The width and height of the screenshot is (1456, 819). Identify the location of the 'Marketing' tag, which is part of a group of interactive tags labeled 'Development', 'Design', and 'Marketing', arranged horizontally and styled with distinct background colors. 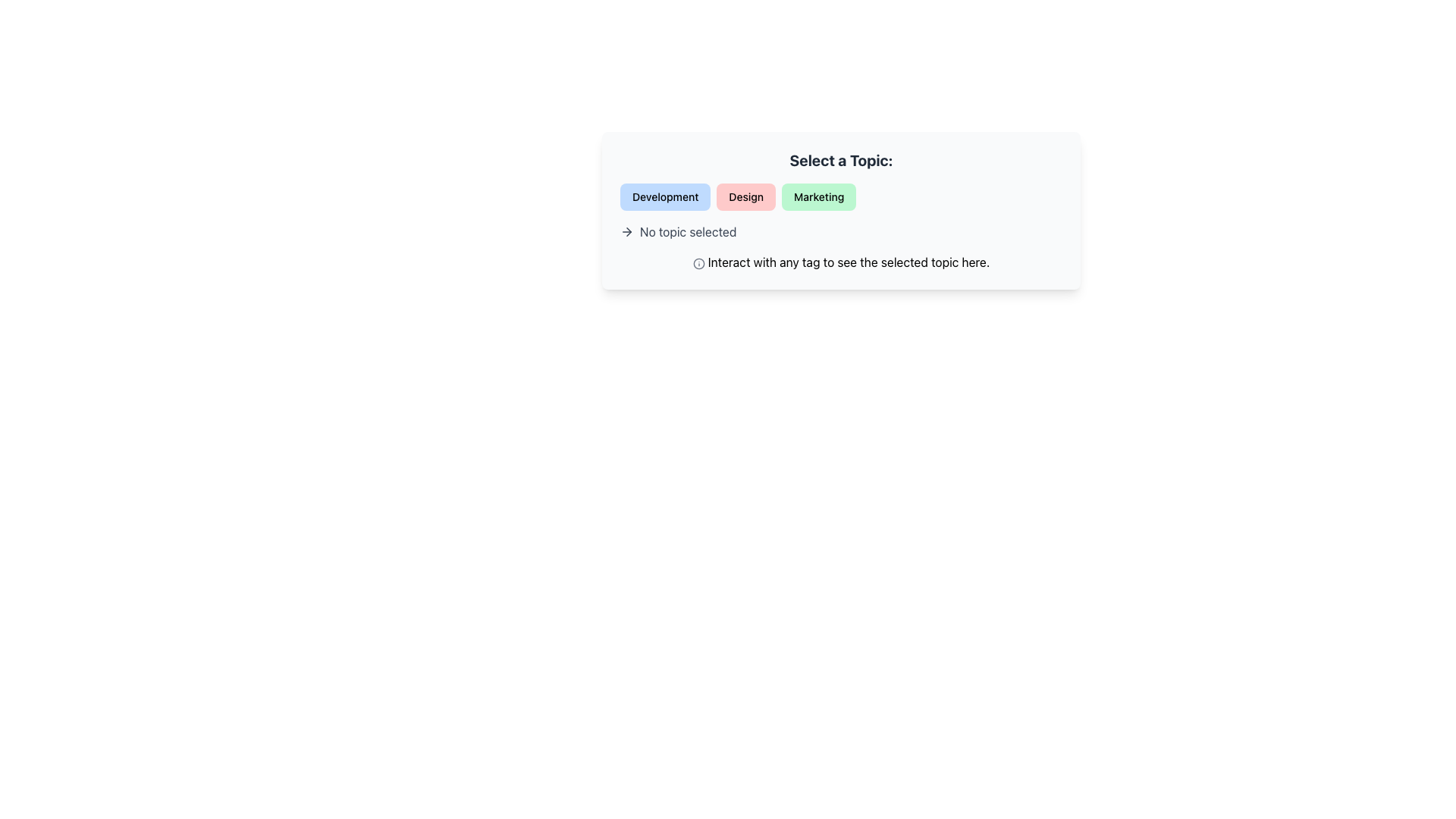
(840, 196).